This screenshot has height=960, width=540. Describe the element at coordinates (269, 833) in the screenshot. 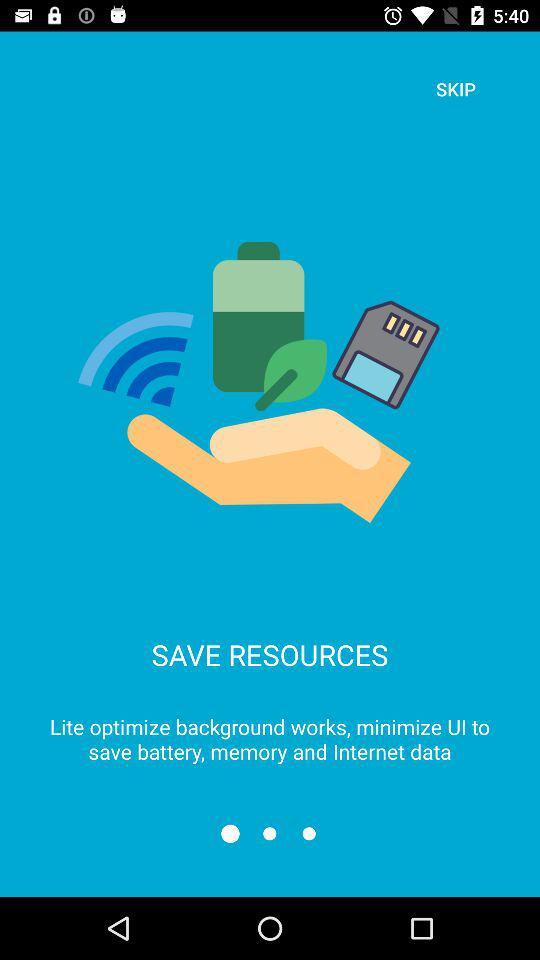

I see `its a widget used to swipe the screen to a new page` at that location.